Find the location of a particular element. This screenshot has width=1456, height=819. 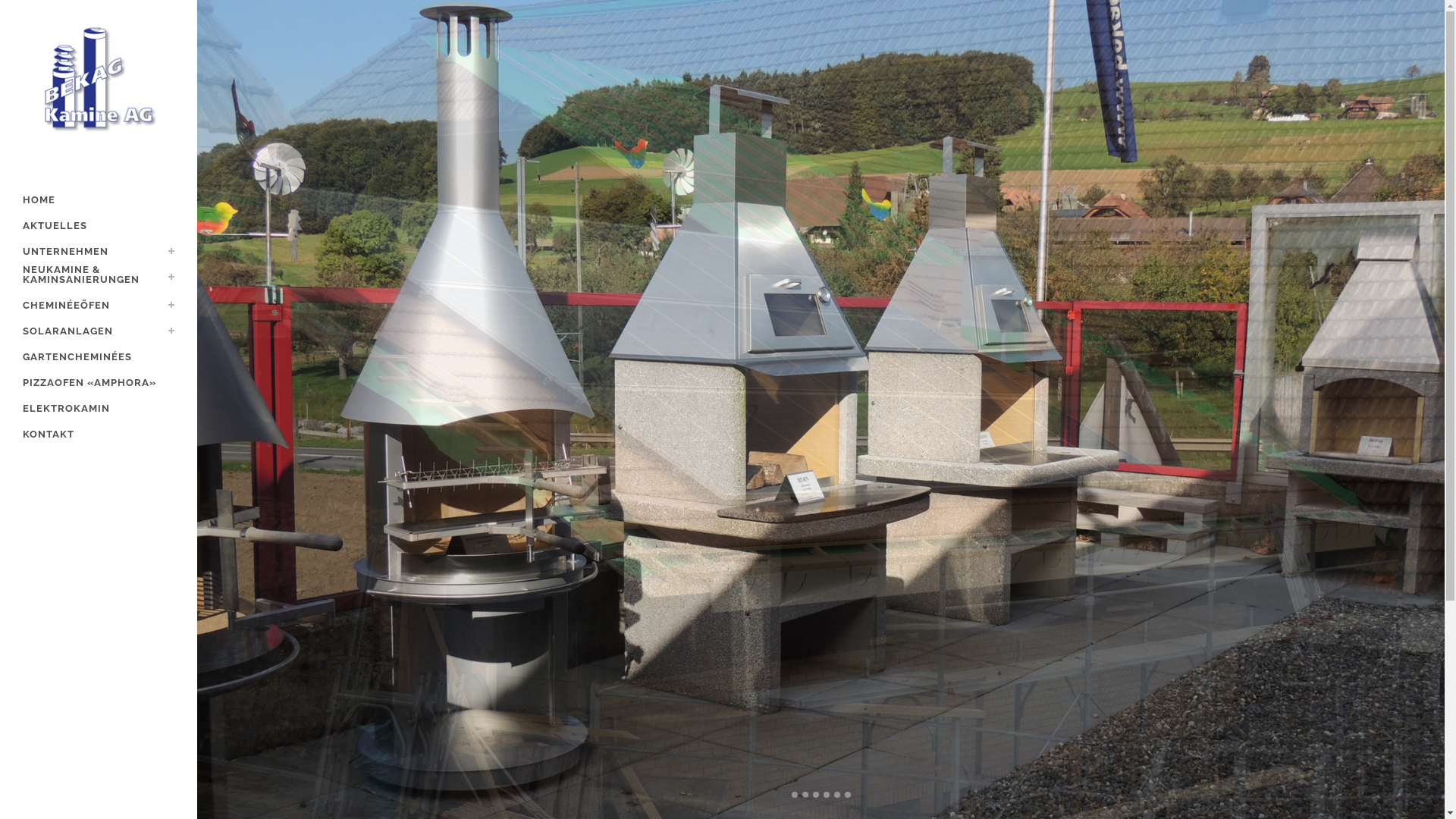

'NEUKAMINE & KAMINSANIERUNGEN' is located at coordinates (97, 278).